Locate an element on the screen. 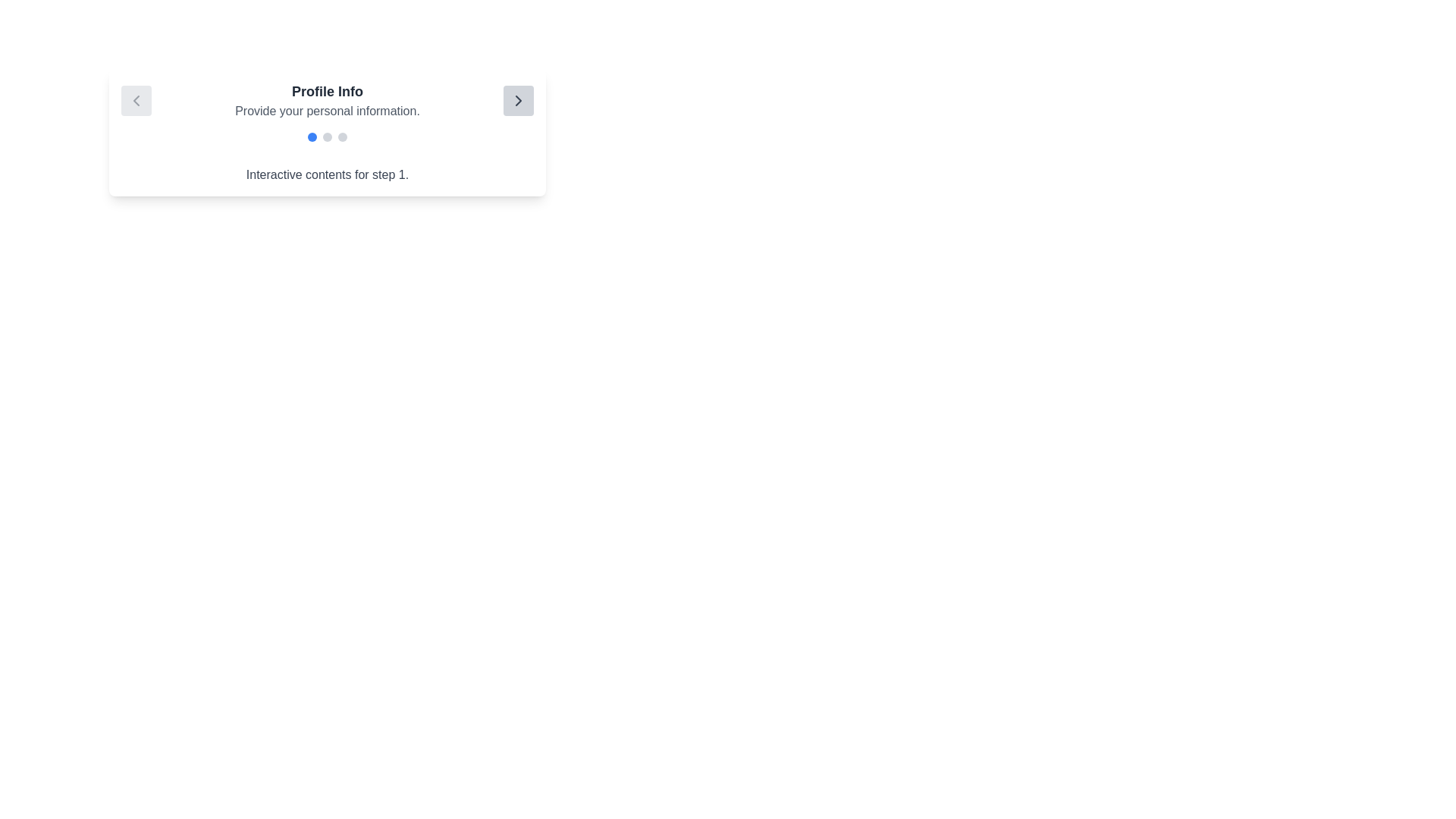  the text block displaying the title 'Profile Info' and description 'Provide your personal information.' is located at coordinates (327, 100).